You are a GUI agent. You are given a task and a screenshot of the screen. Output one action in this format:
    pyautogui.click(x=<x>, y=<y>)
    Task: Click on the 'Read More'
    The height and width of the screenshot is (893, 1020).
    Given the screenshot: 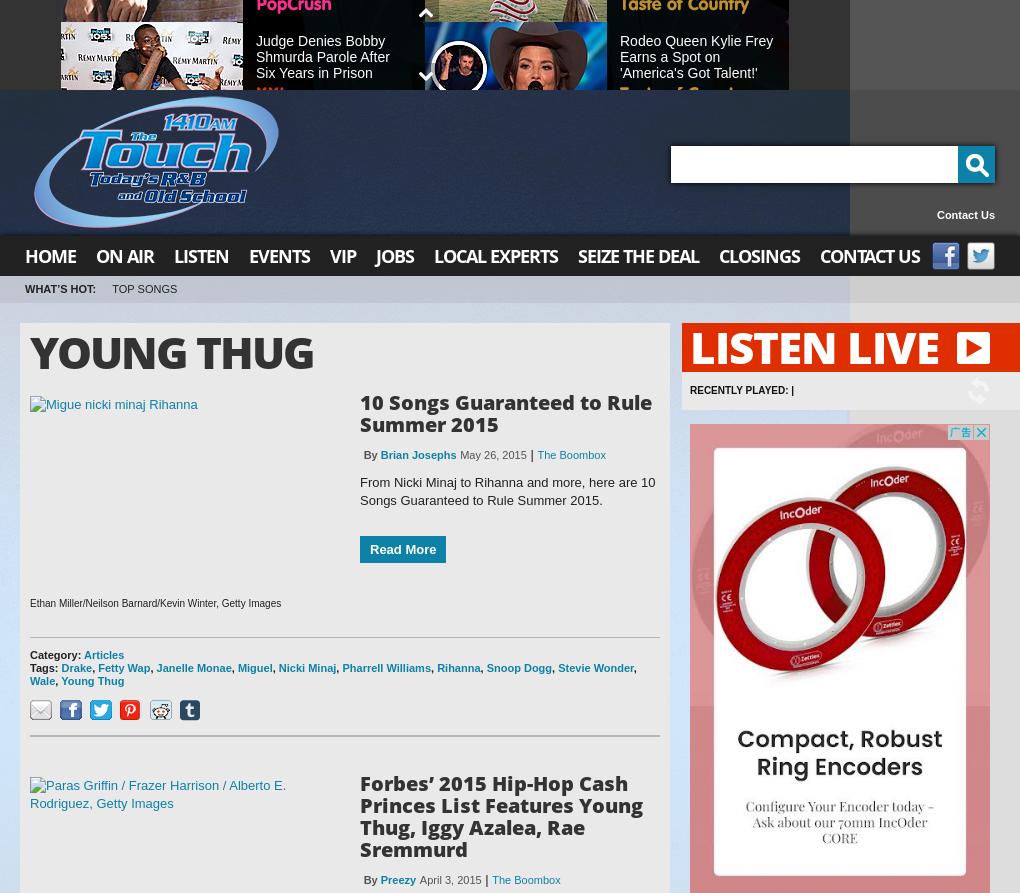 What is the action you would take?
    pyautogui.click(x=368, y=548)
    